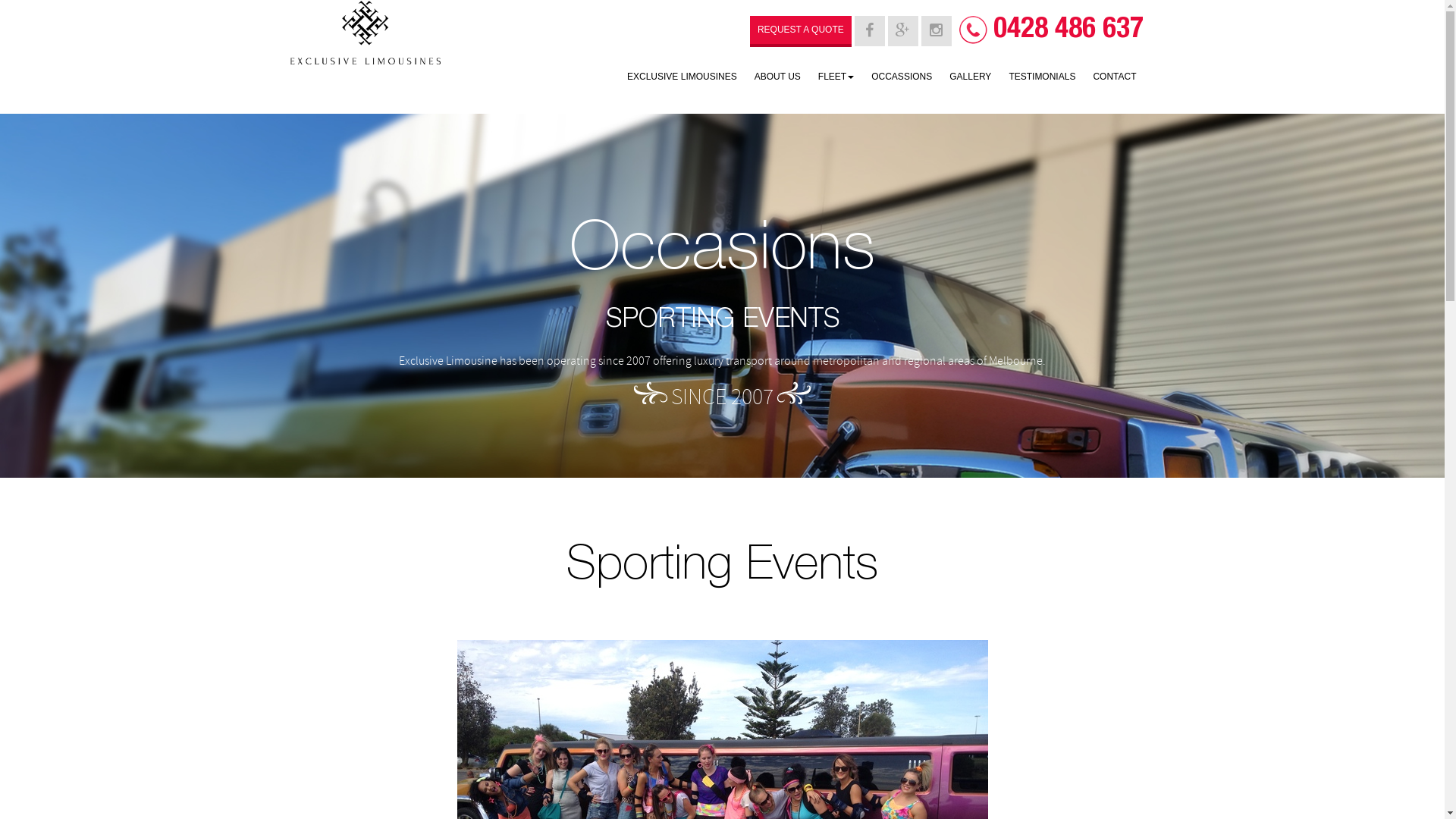  Describe the element at coordinates (1084, 78) in the screenshot. I see `'CONTACT'` at that location.